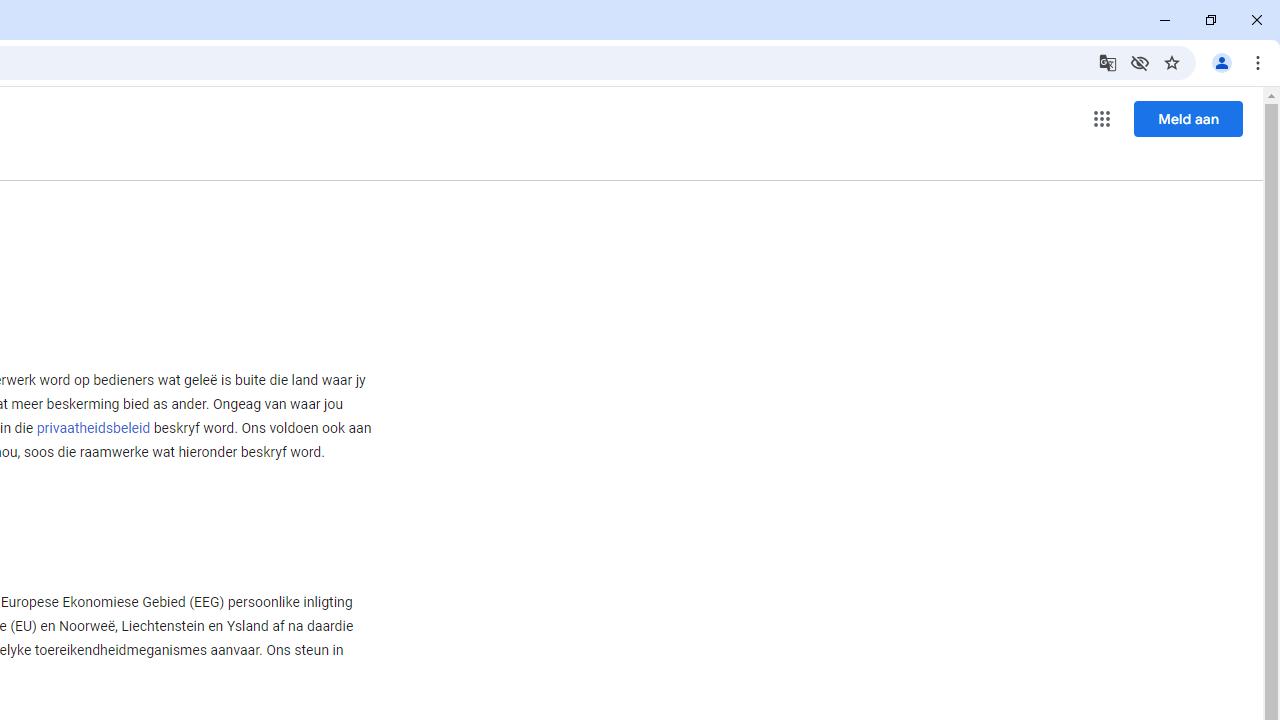 Image resolution: width=1280 pixels, height=720 pixels. I want to click on 'Translate this page', so click(1106, 61).